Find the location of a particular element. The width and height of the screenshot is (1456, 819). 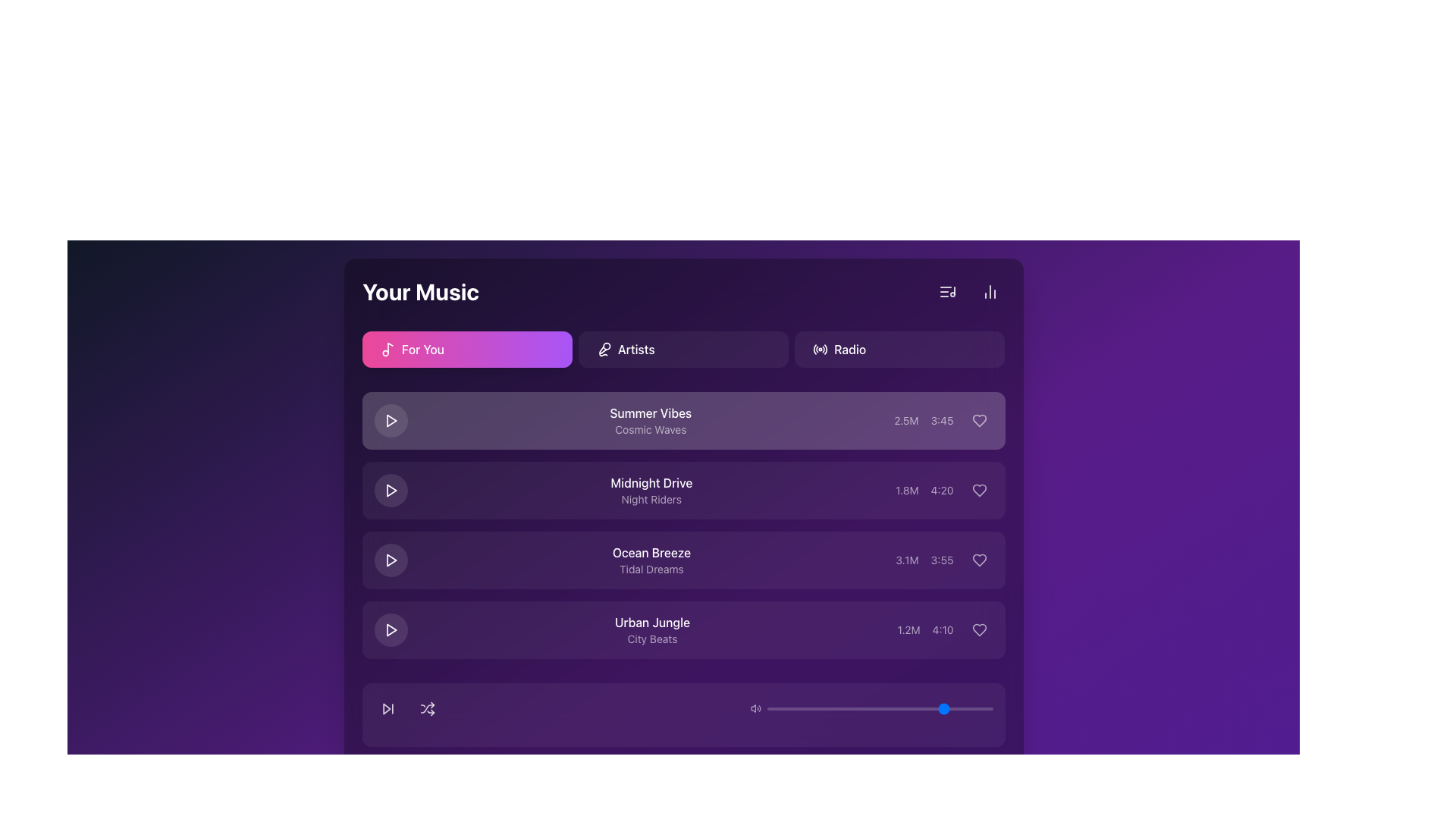

the 'Skip Forward' button located at the leftmost position in the playback control bar to receive a visual or auditory cue is located at coordinates (388, 708).